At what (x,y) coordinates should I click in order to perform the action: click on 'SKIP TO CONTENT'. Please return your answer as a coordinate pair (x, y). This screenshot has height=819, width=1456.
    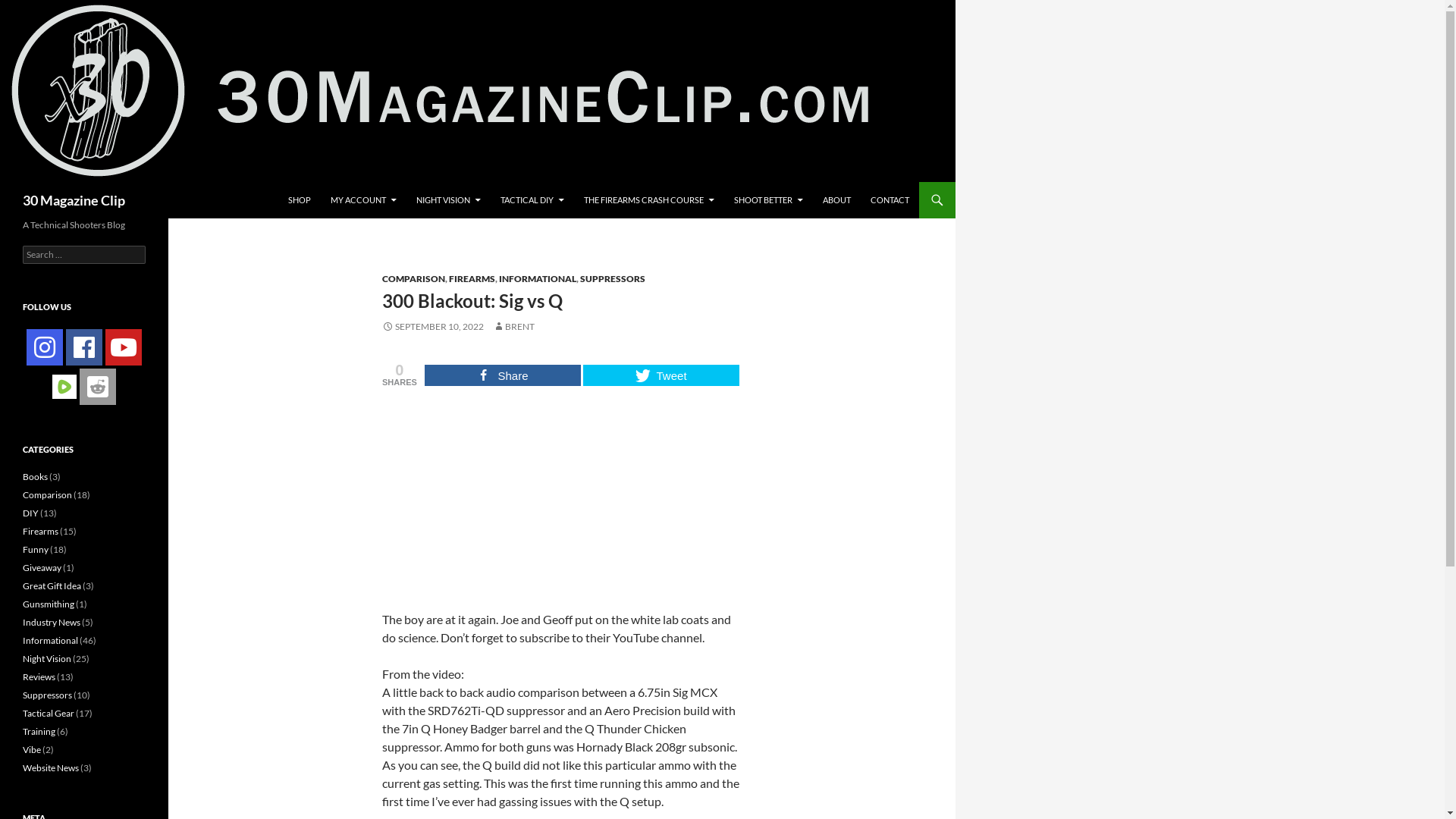
    Looking at the image, I should click on (278, 180).